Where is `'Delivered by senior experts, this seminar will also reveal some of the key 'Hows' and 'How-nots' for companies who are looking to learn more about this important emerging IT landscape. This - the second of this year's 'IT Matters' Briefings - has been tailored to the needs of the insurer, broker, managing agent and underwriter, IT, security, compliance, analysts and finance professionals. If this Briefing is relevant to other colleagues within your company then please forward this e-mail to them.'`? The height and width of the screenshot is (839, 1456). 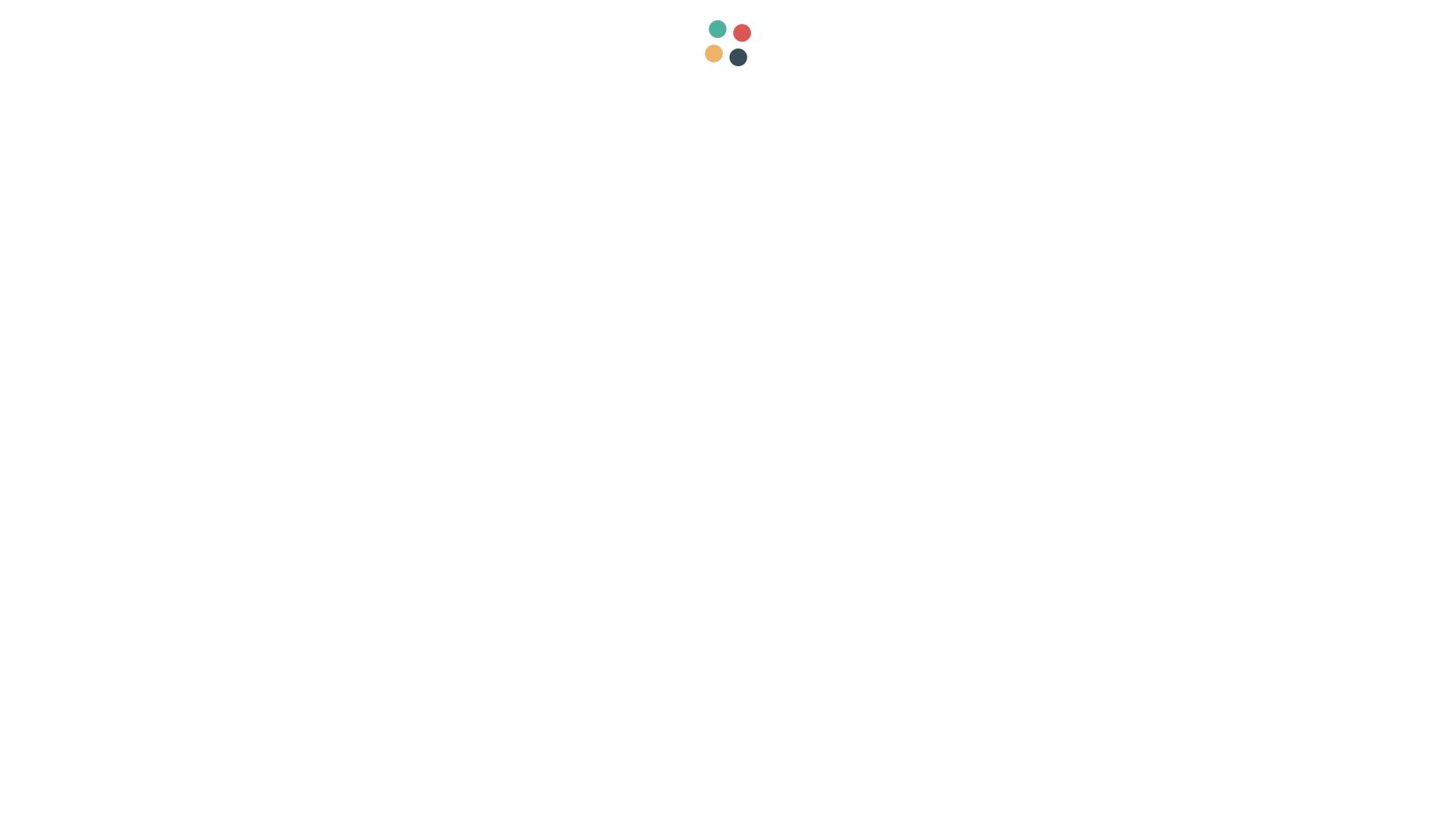
'Delivered by senior experts, this seminar will also reveal some of the key 'Hows' and 'How-nots' for companies who are looking to learn more about this important emerging IT landscape. This - the second of this year's 'IT Matters' Briefings - has been tailored to the needs of the insurer, broker, managing agent and underwriter, IT, security, compliance, analysts and finance professionals. If this Briefing is relevant to other colleagues within your company then please forward this e-mail to them.' is located at coordinates (508, 471).